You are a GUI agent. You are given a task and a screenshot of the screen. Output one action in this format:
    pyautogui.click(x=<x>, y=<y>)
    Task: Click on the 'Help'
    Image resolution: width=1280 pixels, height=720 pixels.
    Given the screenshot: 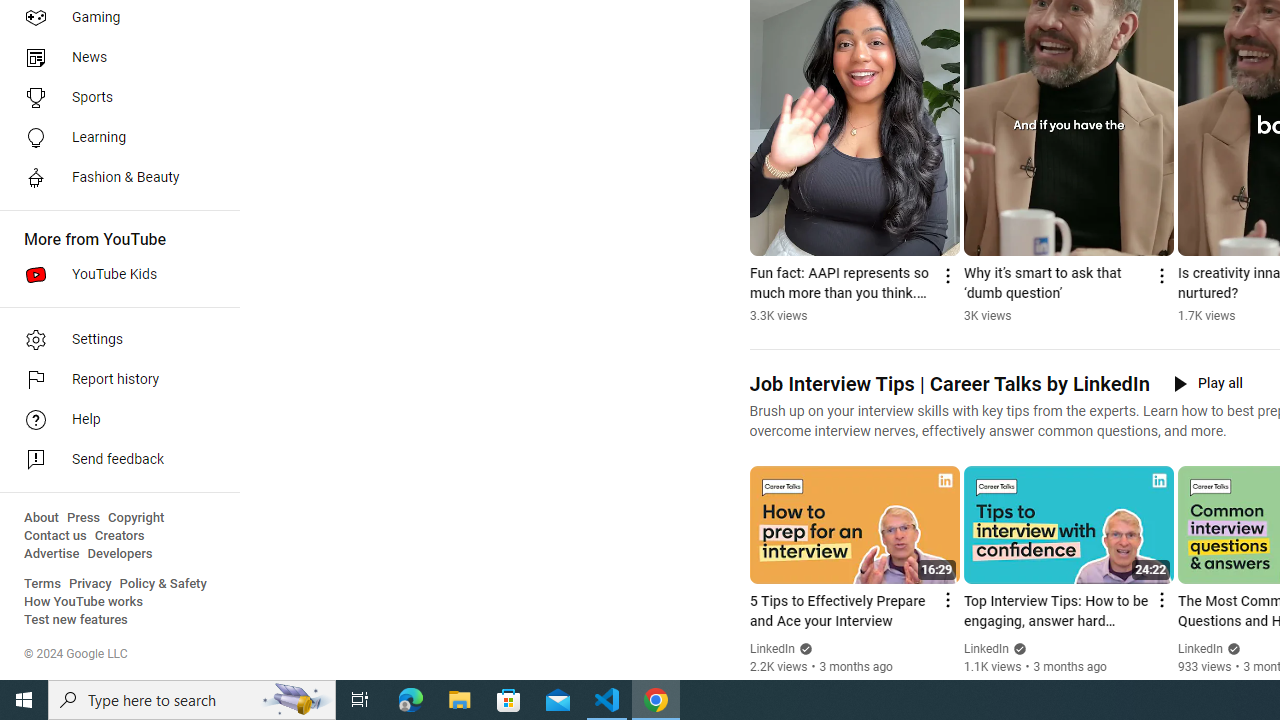 What is the action you would take?
    pyautogui.click(x=112, y=419)
    